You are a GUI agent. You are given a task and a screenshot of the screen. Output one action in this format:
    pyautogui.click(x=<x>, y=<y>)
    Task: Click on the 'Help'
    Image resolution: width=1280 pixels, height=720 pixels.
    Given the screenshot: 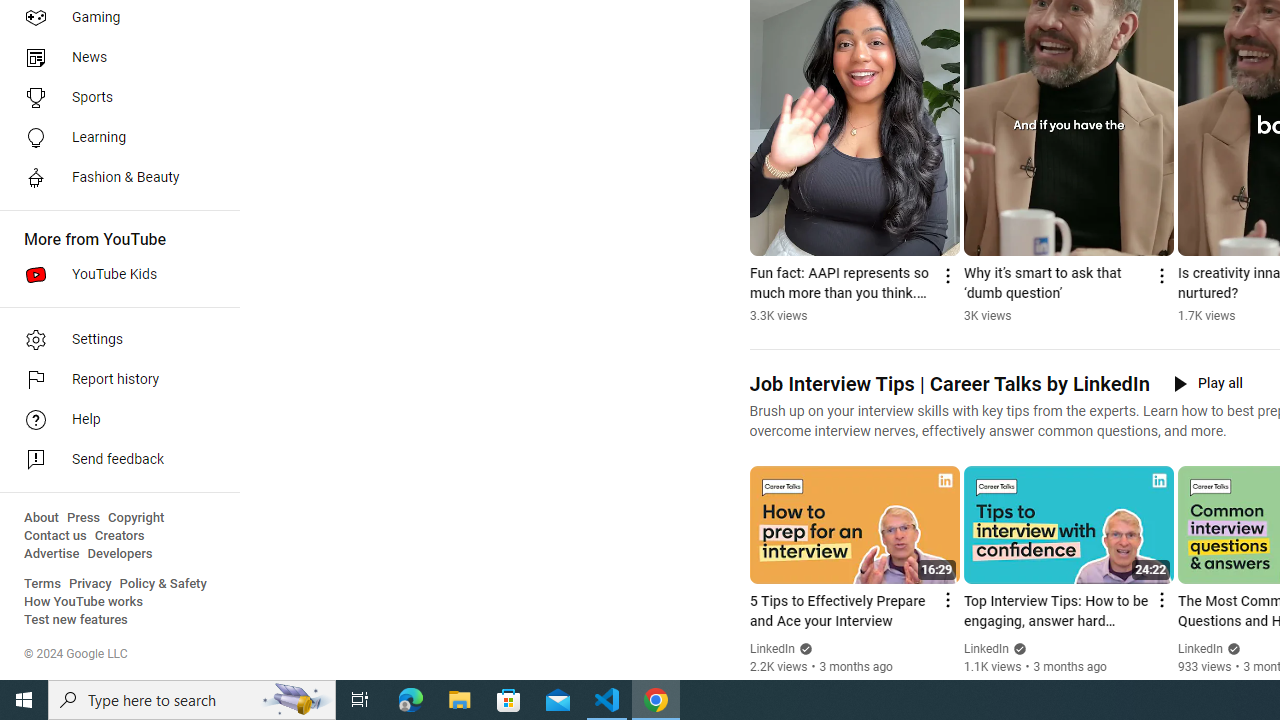 What is the action you would take?
    pyautogui.click(x=112, y=419)
    